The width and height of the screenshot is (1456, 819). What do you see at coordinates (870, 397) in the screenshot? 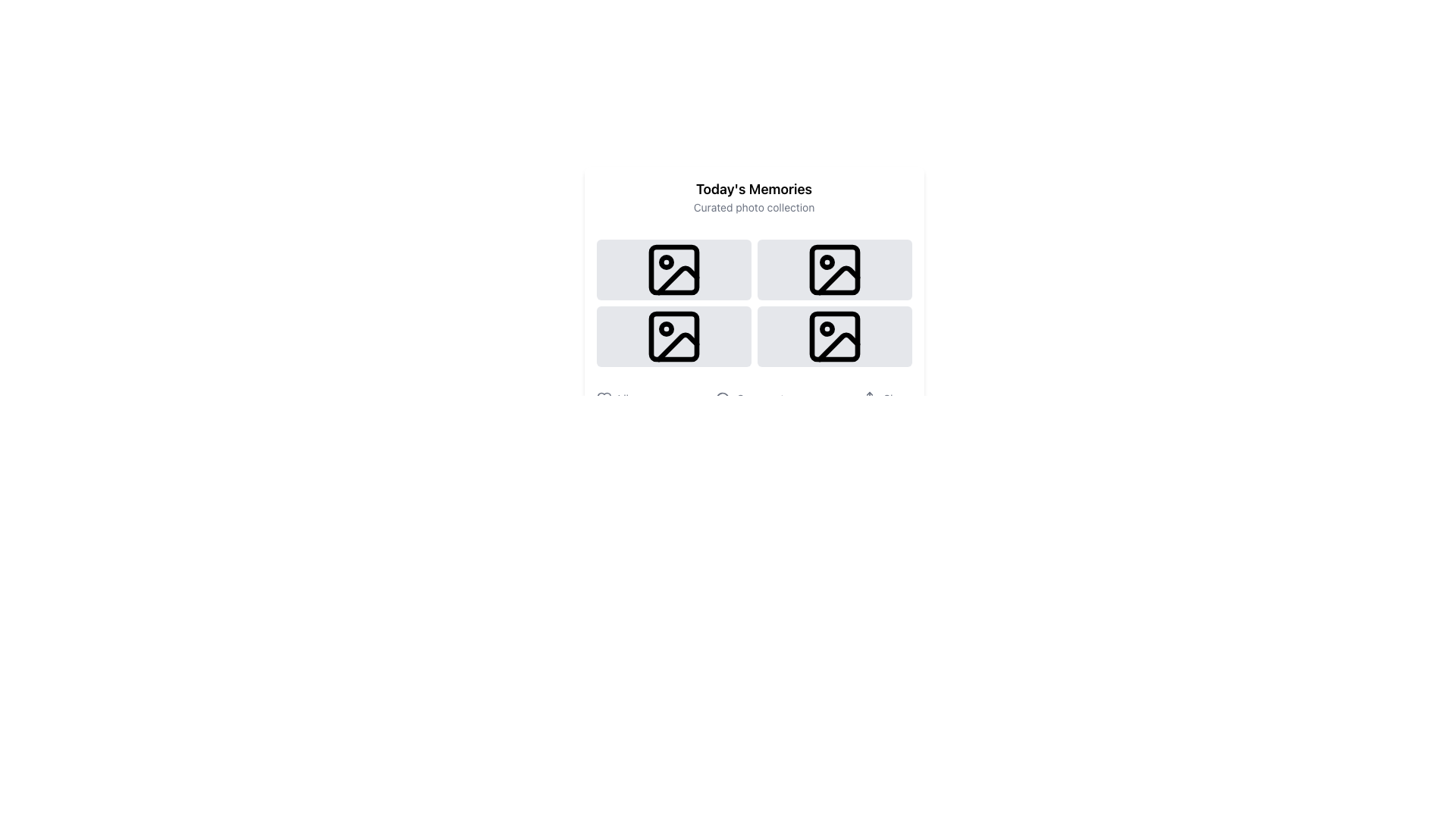
I see `the 'share' SVG icon located in the lower-right area of the context, which is positioned to the left of the text labeled 'Share'` at bounding box center [870, 397].